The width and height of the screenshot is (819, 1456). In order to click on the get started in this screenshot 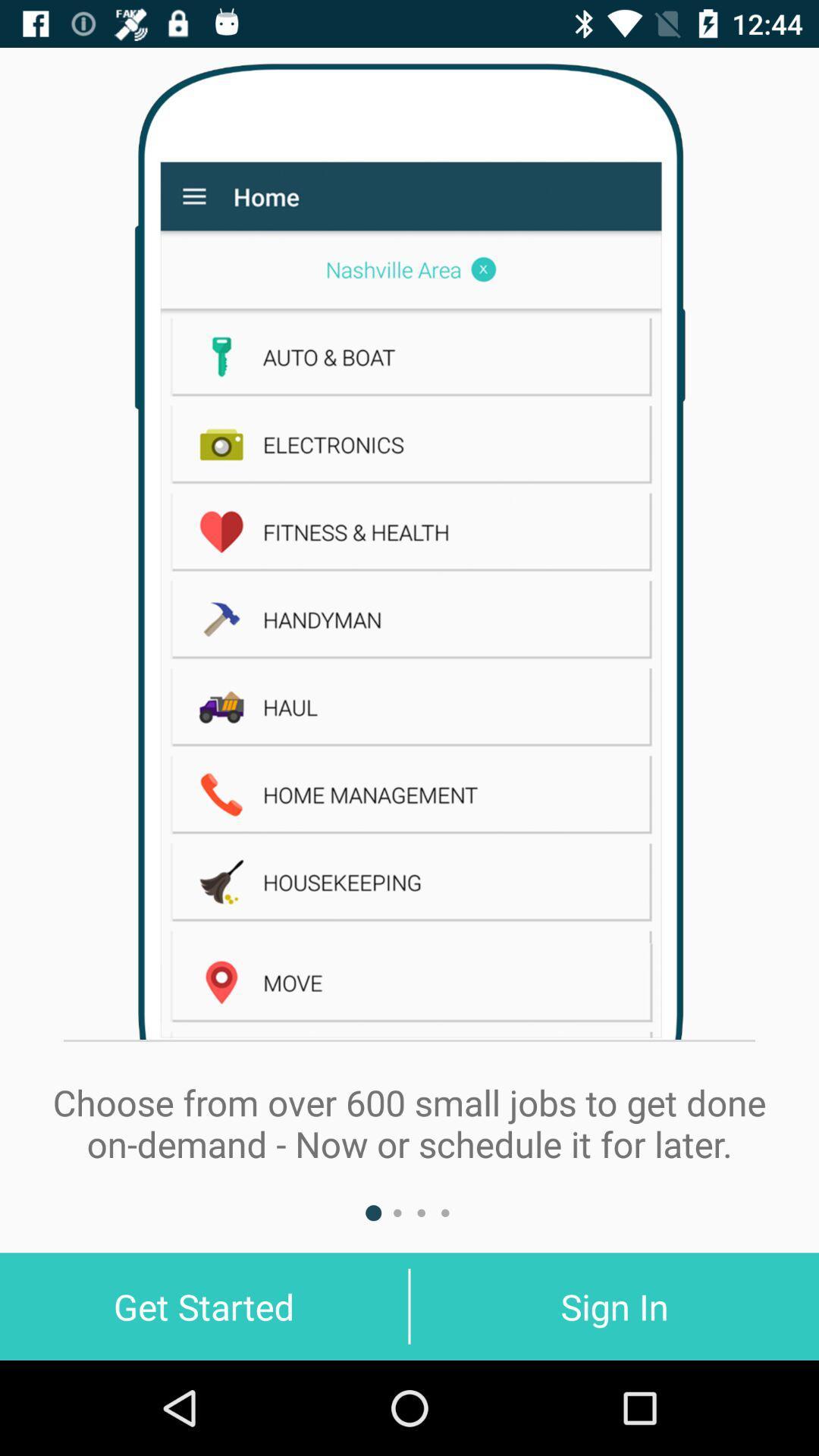, I will do `click(203, 1306)`.